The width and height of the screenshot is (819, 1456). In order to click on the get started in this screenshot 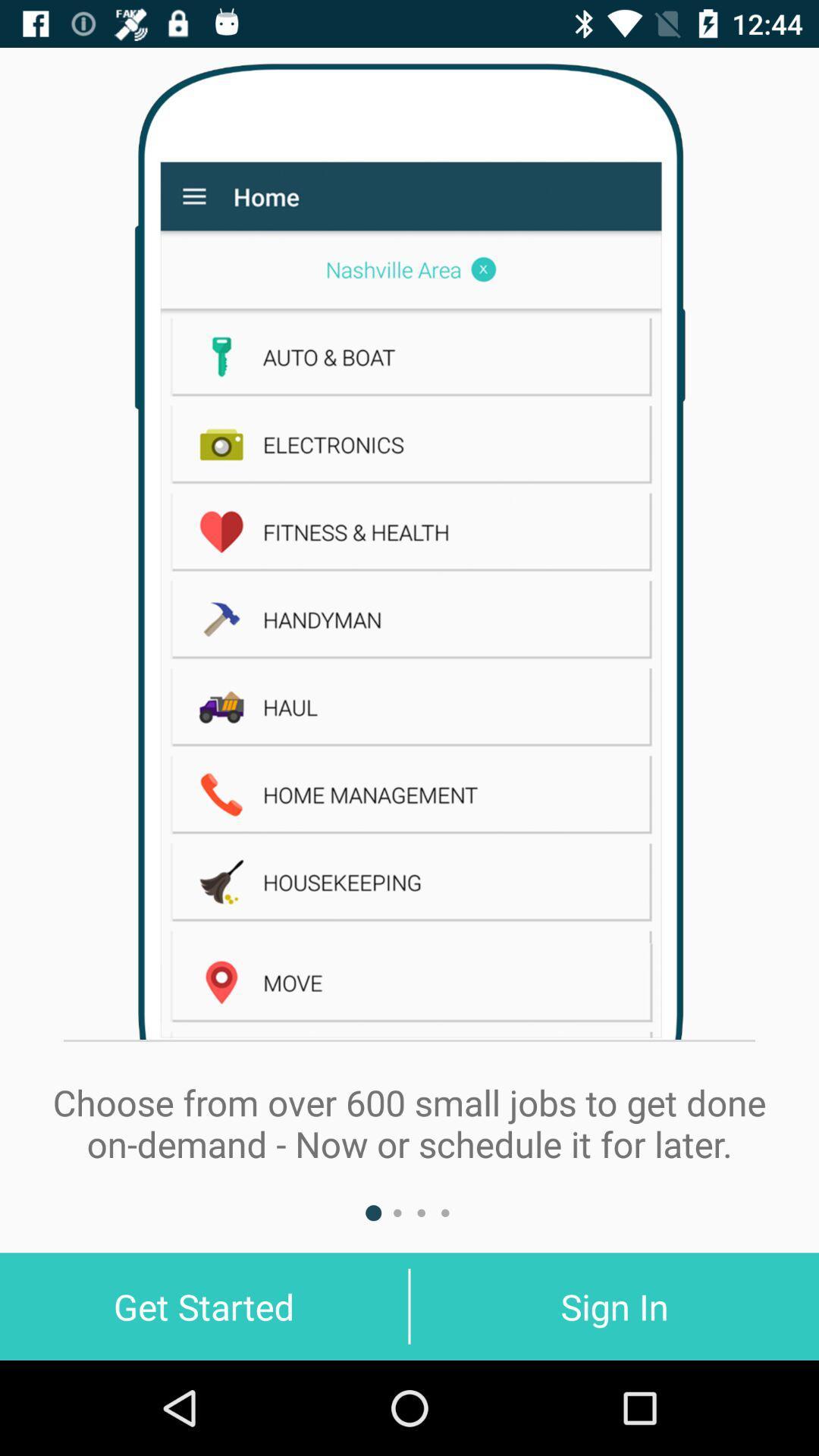, I will do `click(203, 1306)`.